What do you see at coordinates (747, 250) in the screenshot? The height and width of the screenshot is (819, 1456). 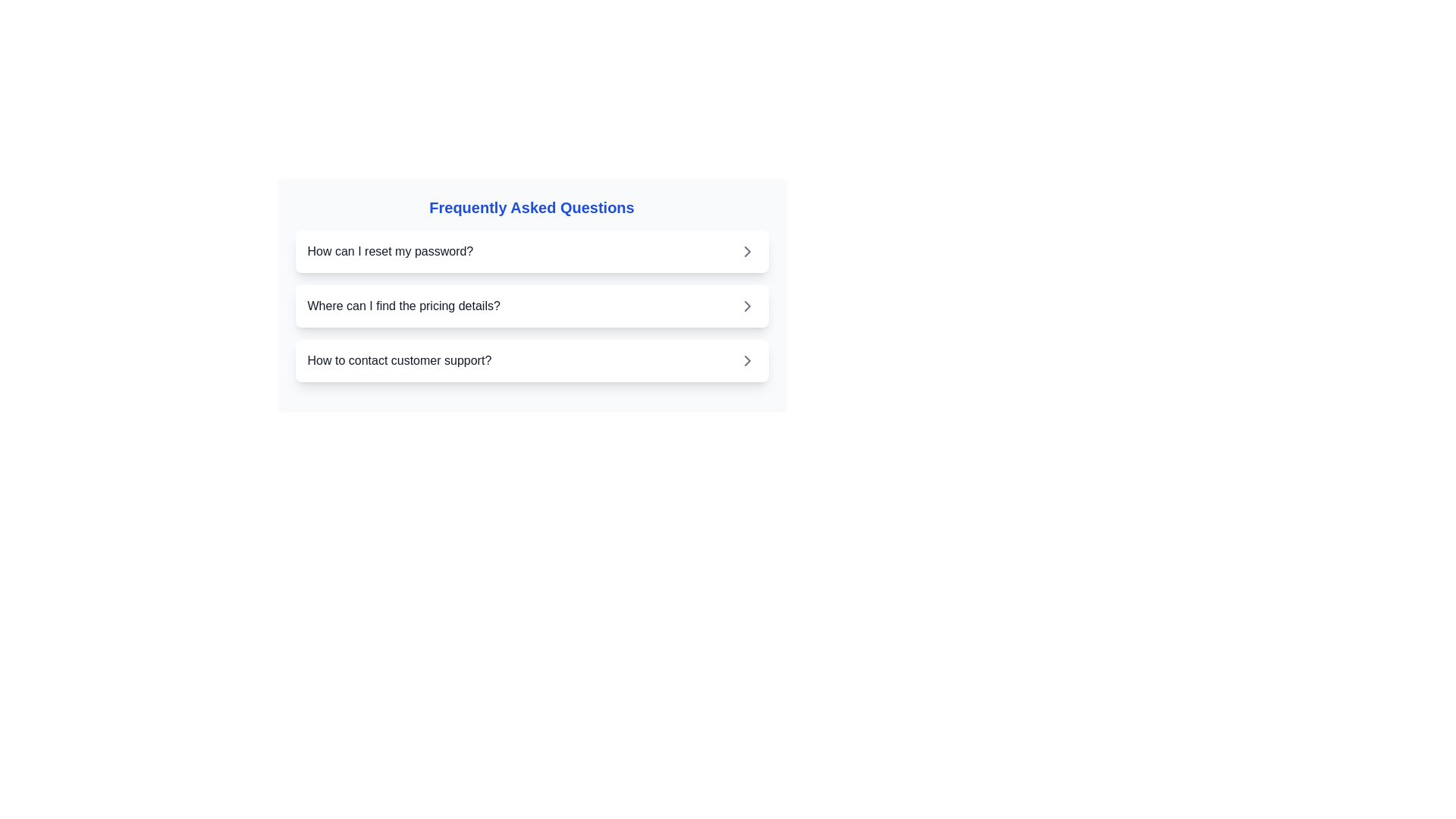 I see `the chevron icon located at the right end of the first row in the FAQ list, aligned with the question 'How can I reset my password?'` at bounding box center [747, 250].